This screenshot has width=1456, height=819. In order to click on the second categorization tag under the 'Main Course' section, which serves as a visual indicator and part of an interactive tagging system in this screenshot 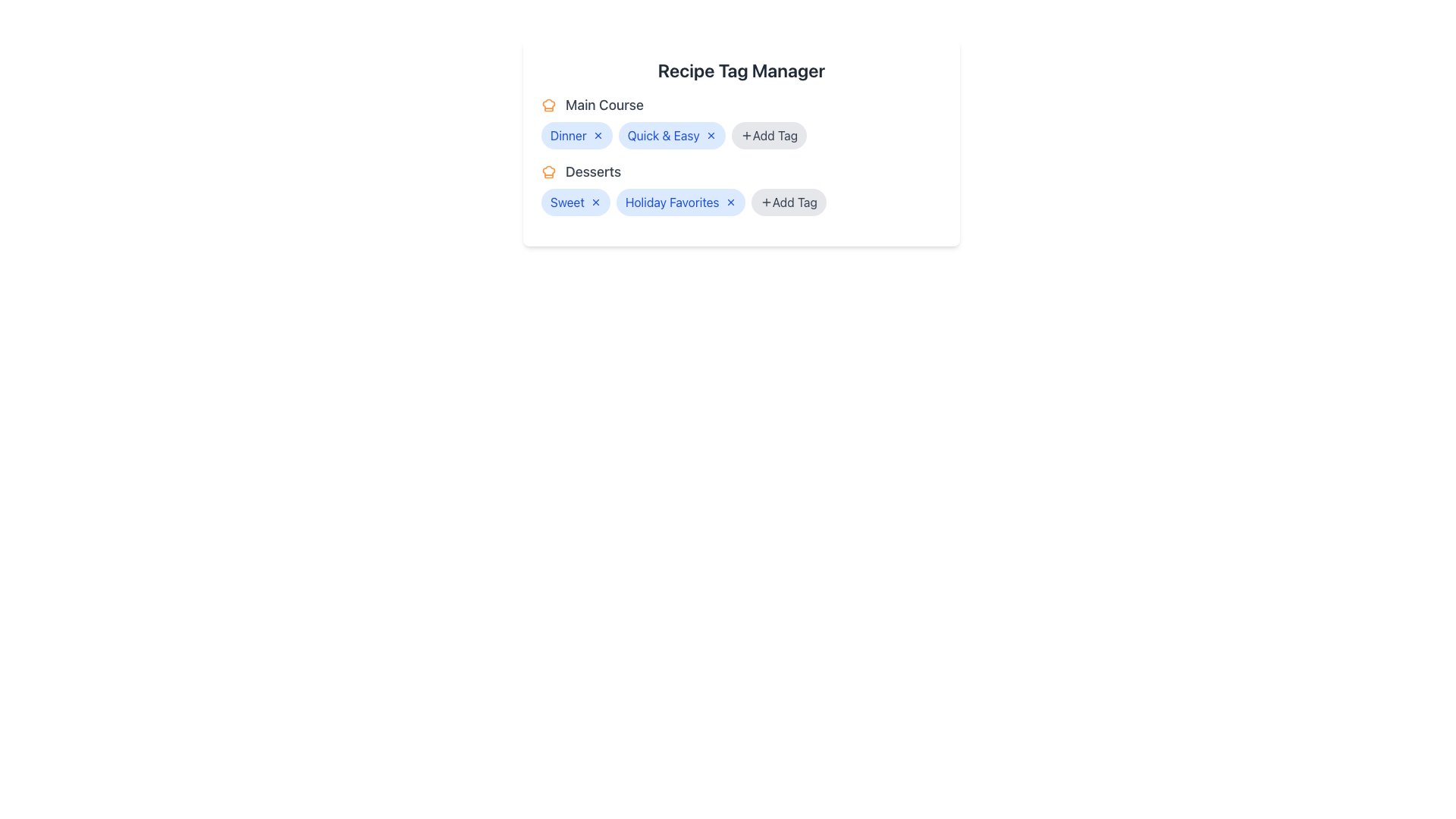, I will do `click(664, 134)`.